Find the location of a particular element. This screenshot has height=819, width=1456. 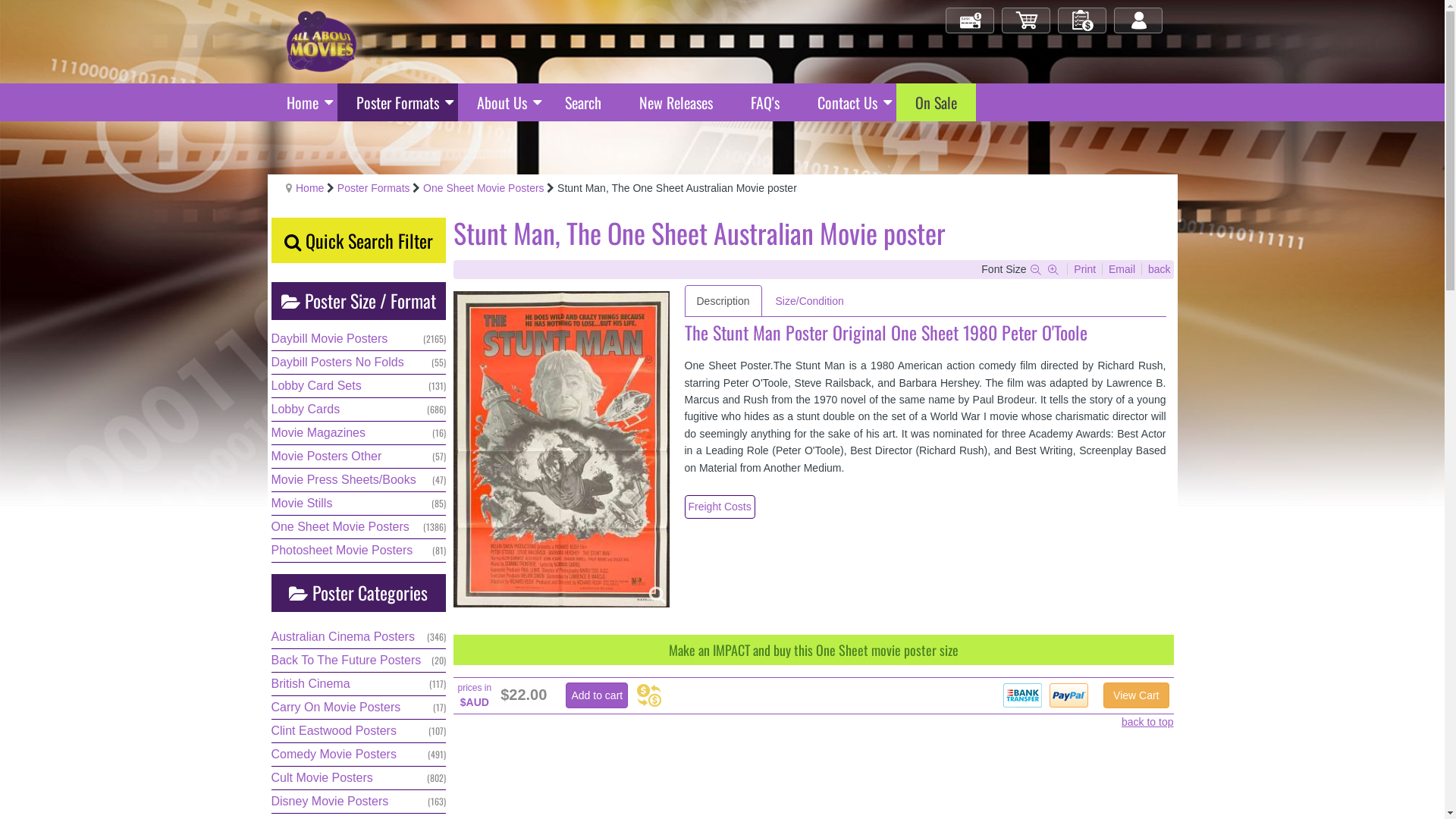

'back' is located at coordinates (1159, 268).